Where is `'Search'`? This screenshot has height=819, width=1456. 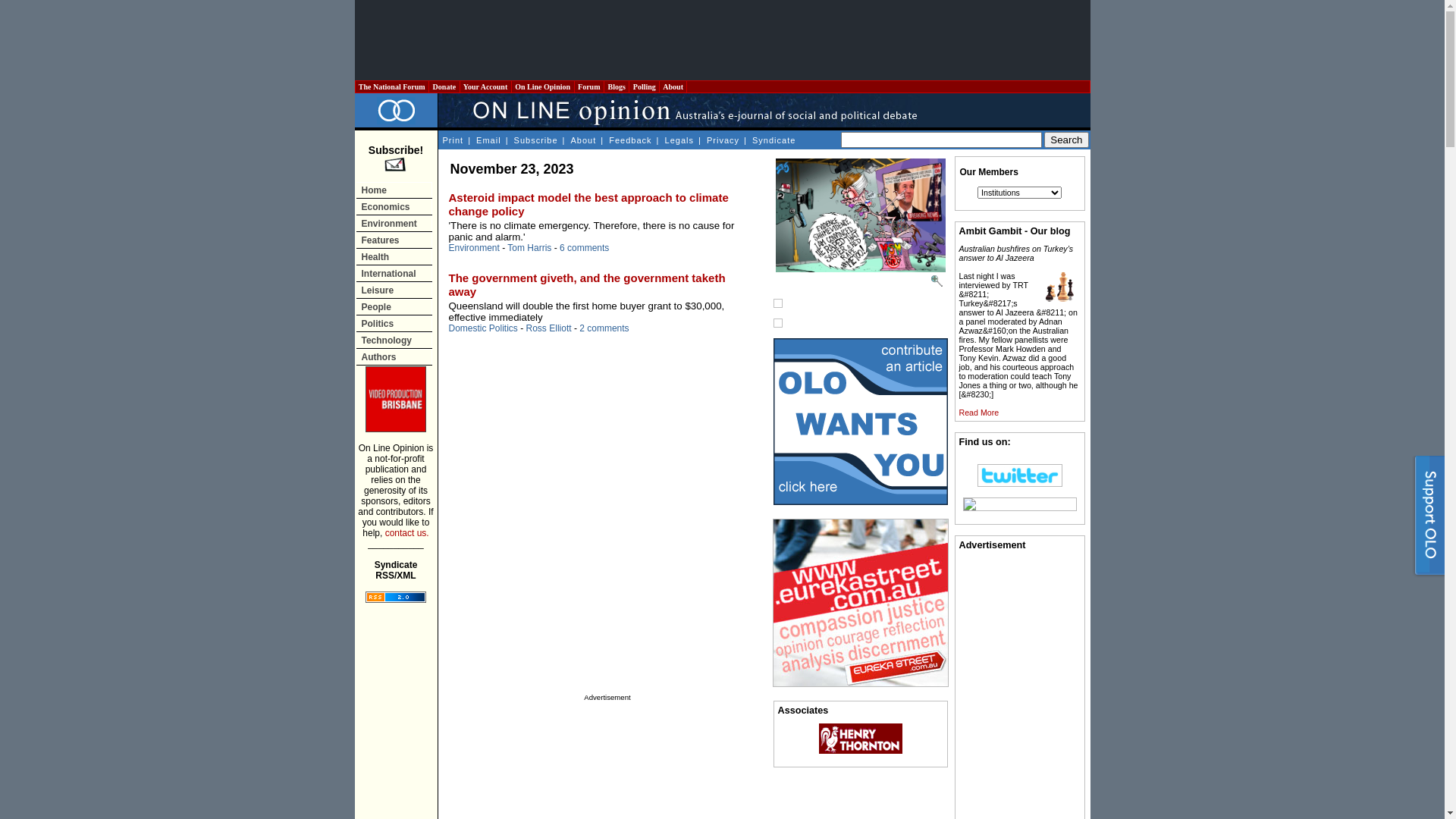 'Search' is located at coordinates (1043, 140).